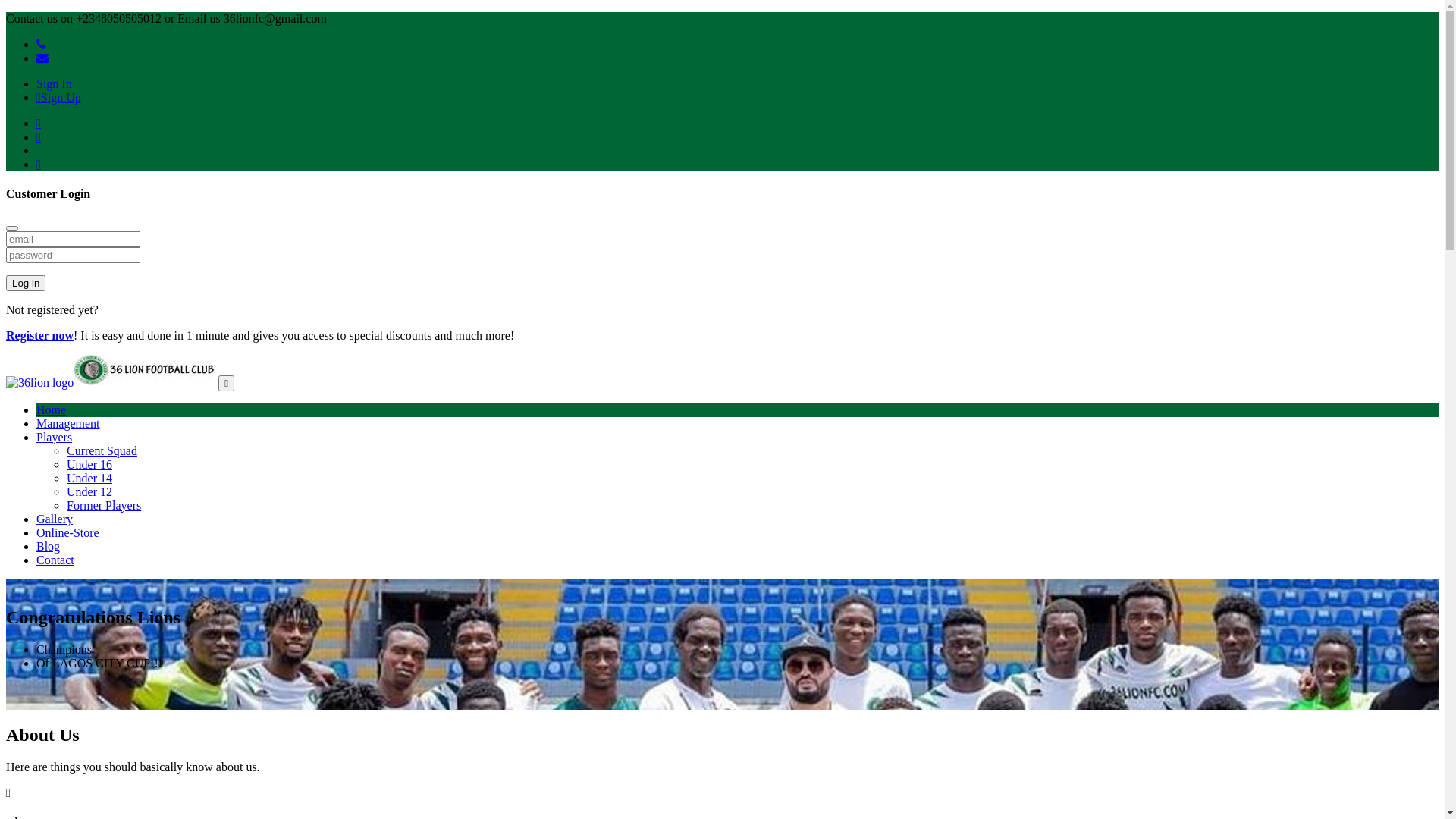  I want to click on 'Sign Up', so click(36, 97).